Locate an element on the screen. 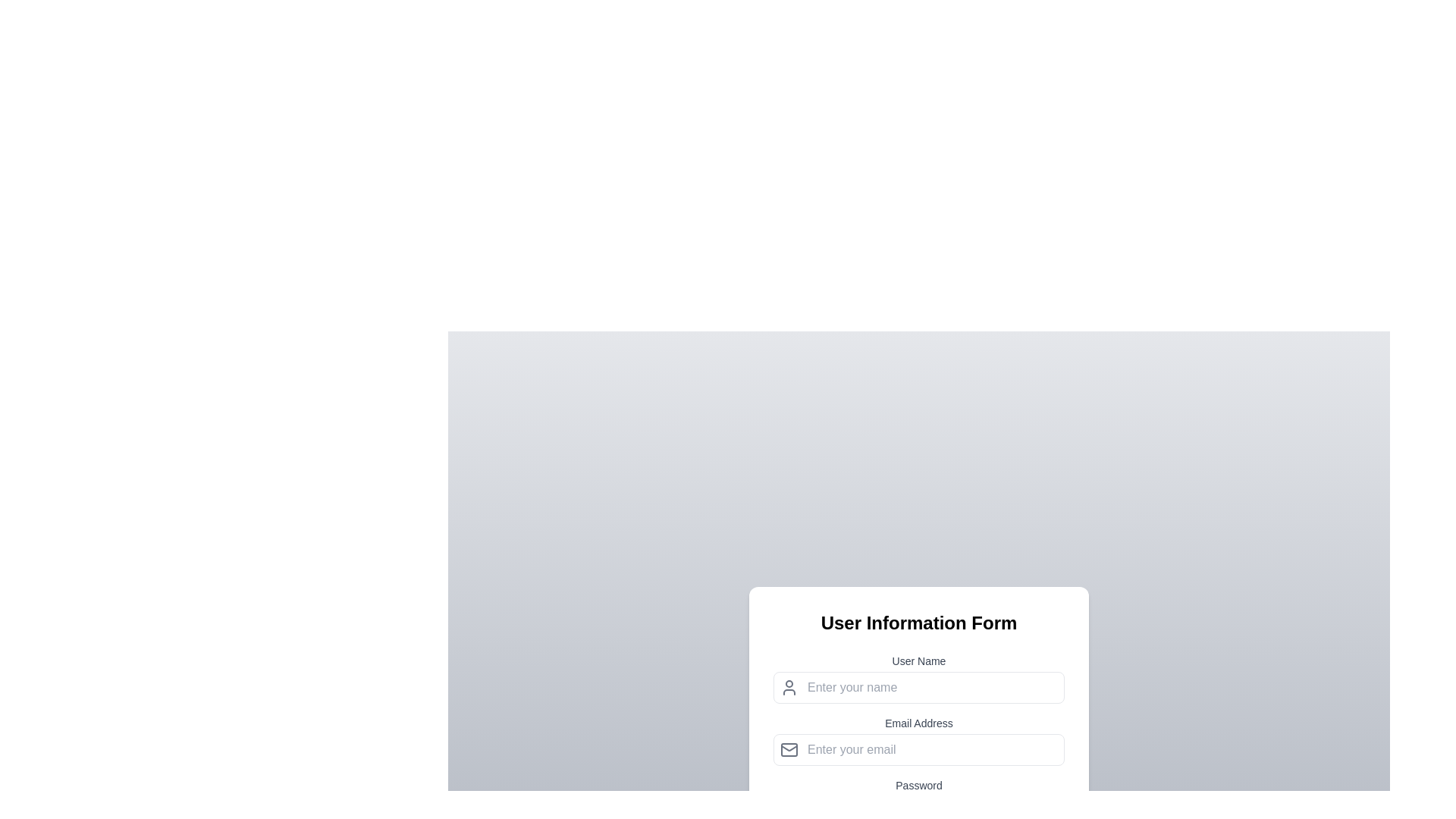  the email icon located to the left of the 'Enter your email' text input in the 'Email Address' section, which visually indicates the purpose of the adjacent input field is located at coordinates (789, 748).